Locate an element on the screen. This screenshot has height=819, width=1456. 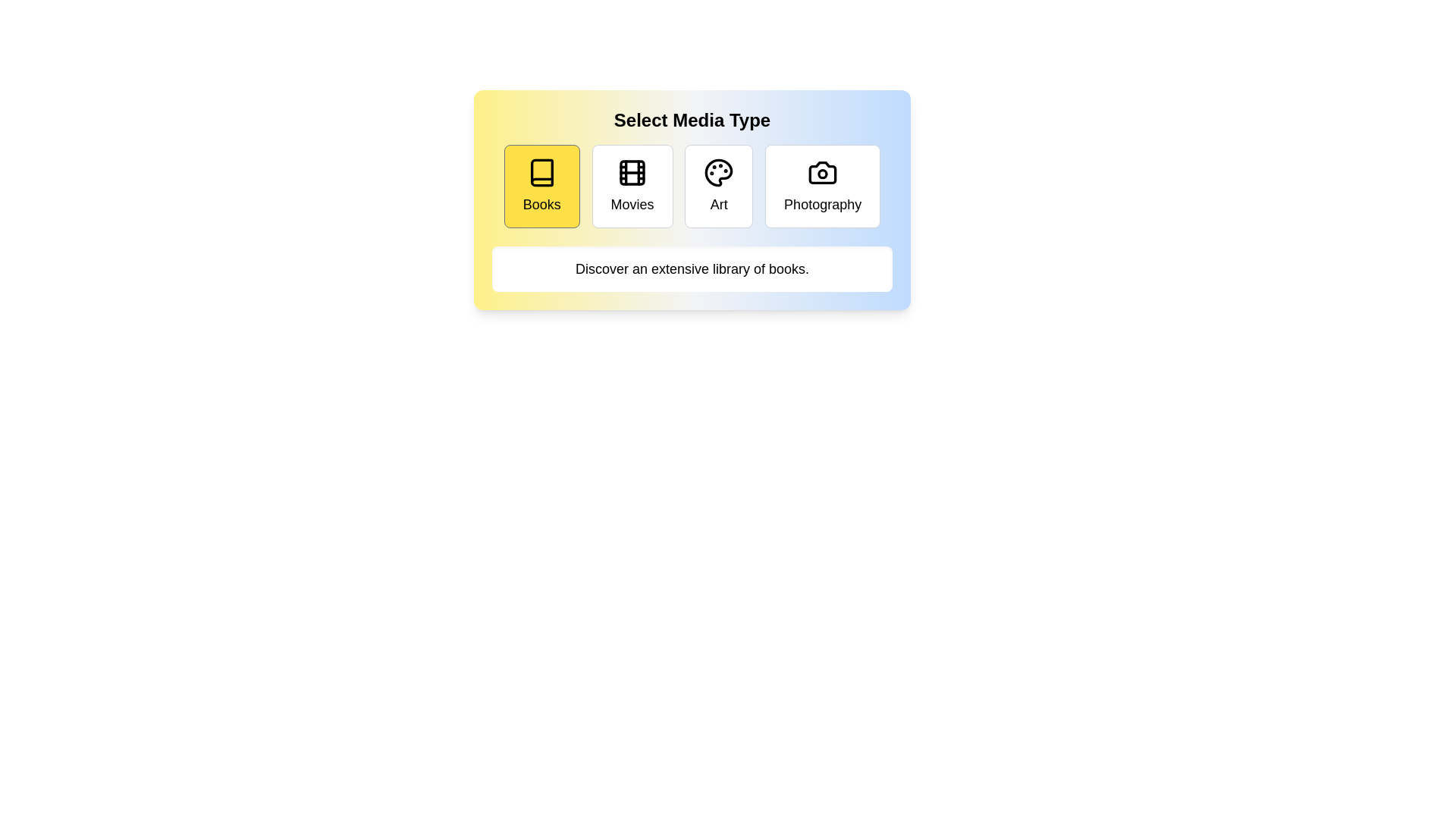
the media type Books by clicking the corresponding button is located at coordinates (541, 186).